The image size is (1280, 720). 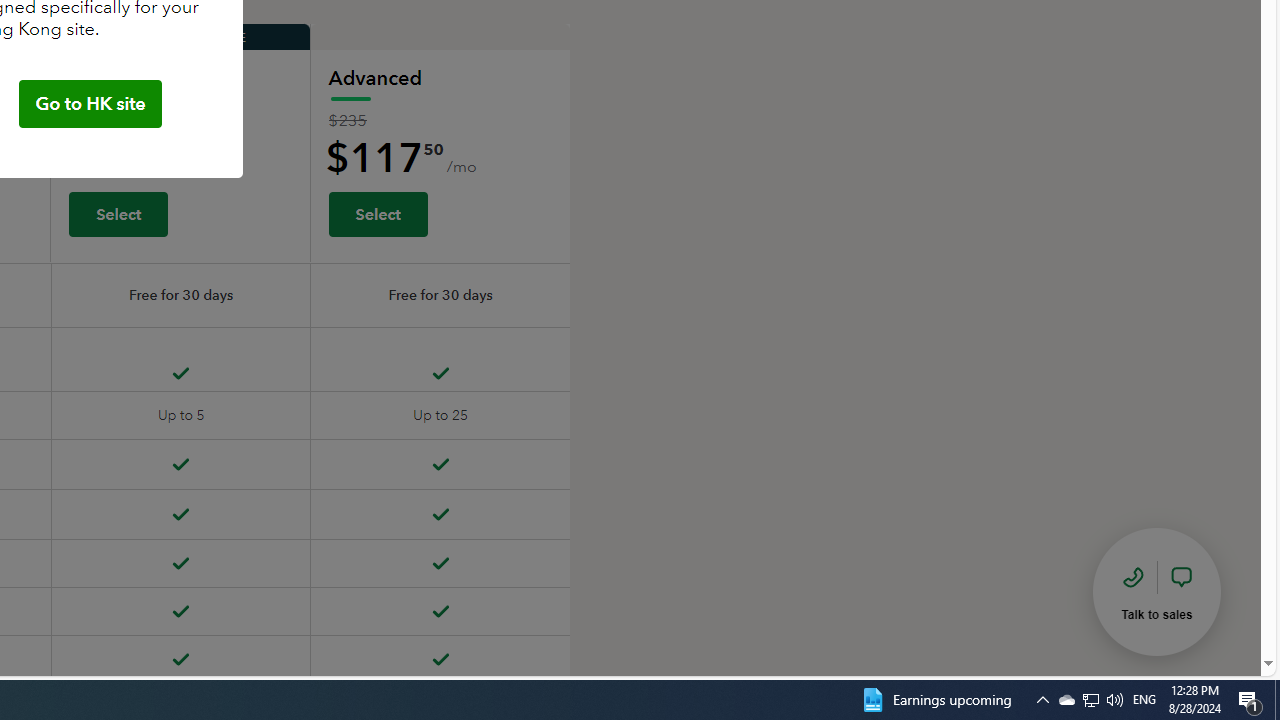 I want to click on 'Select advanced', so click(x=377, y=213).